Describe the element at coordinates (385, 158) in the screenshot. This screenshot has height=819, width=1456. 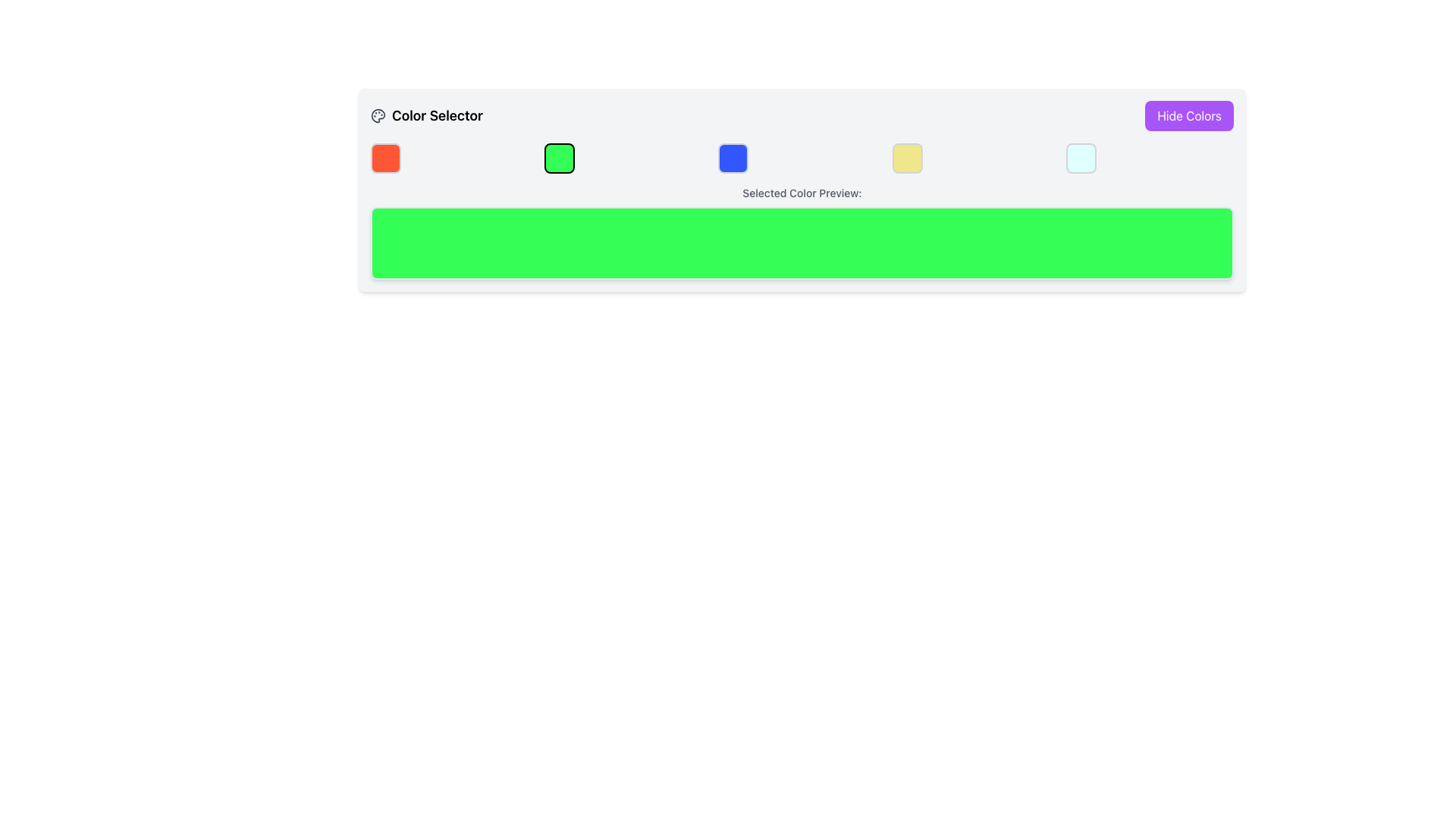
I see `the first color option button in the selection grid` at that location.